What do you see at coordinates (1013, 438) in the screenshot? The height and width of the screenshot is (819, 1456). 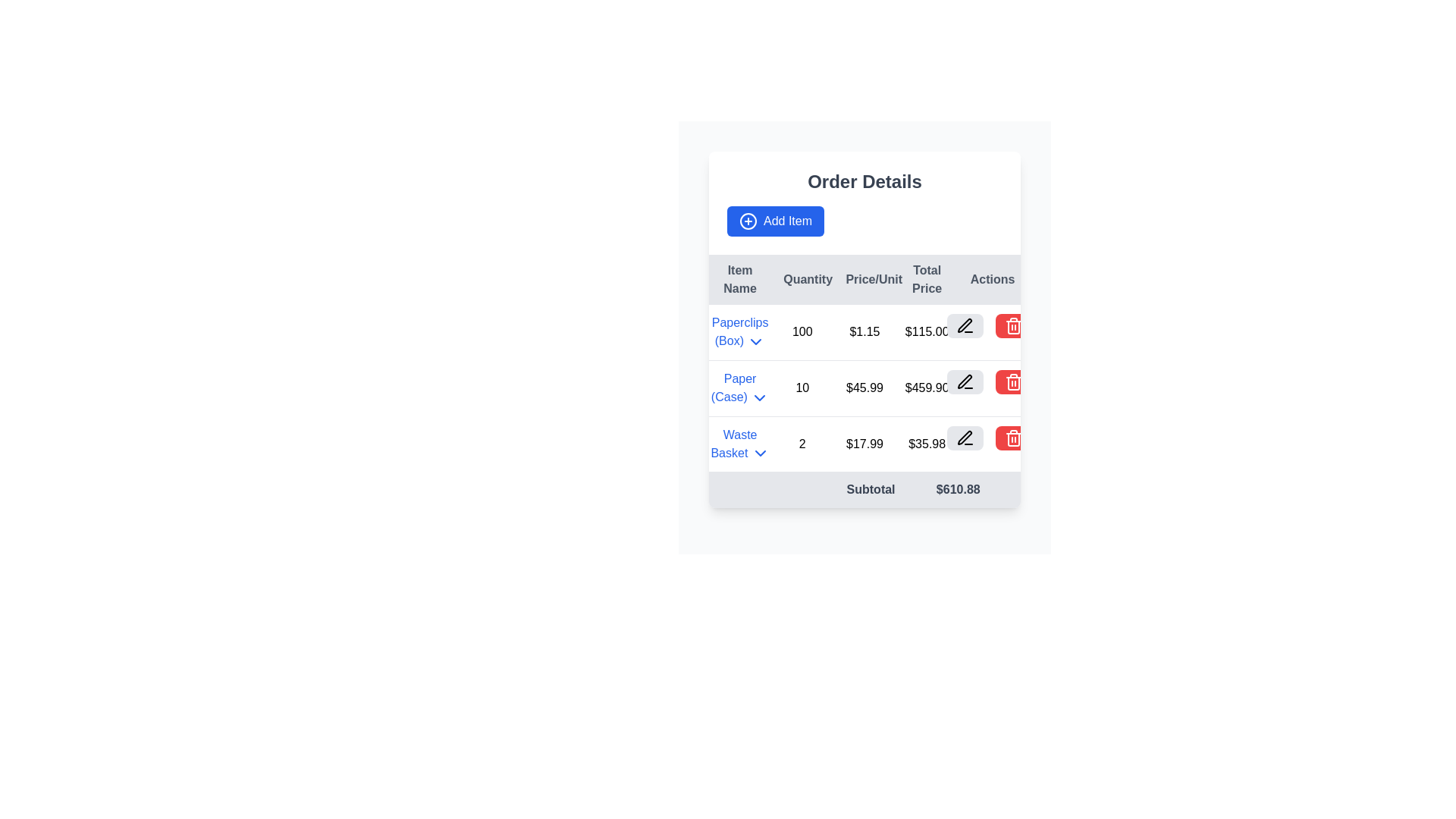 I see `the delete button located in the last column of the last row of the table in the 'Actions' column` at bounding box center [1013, 438].